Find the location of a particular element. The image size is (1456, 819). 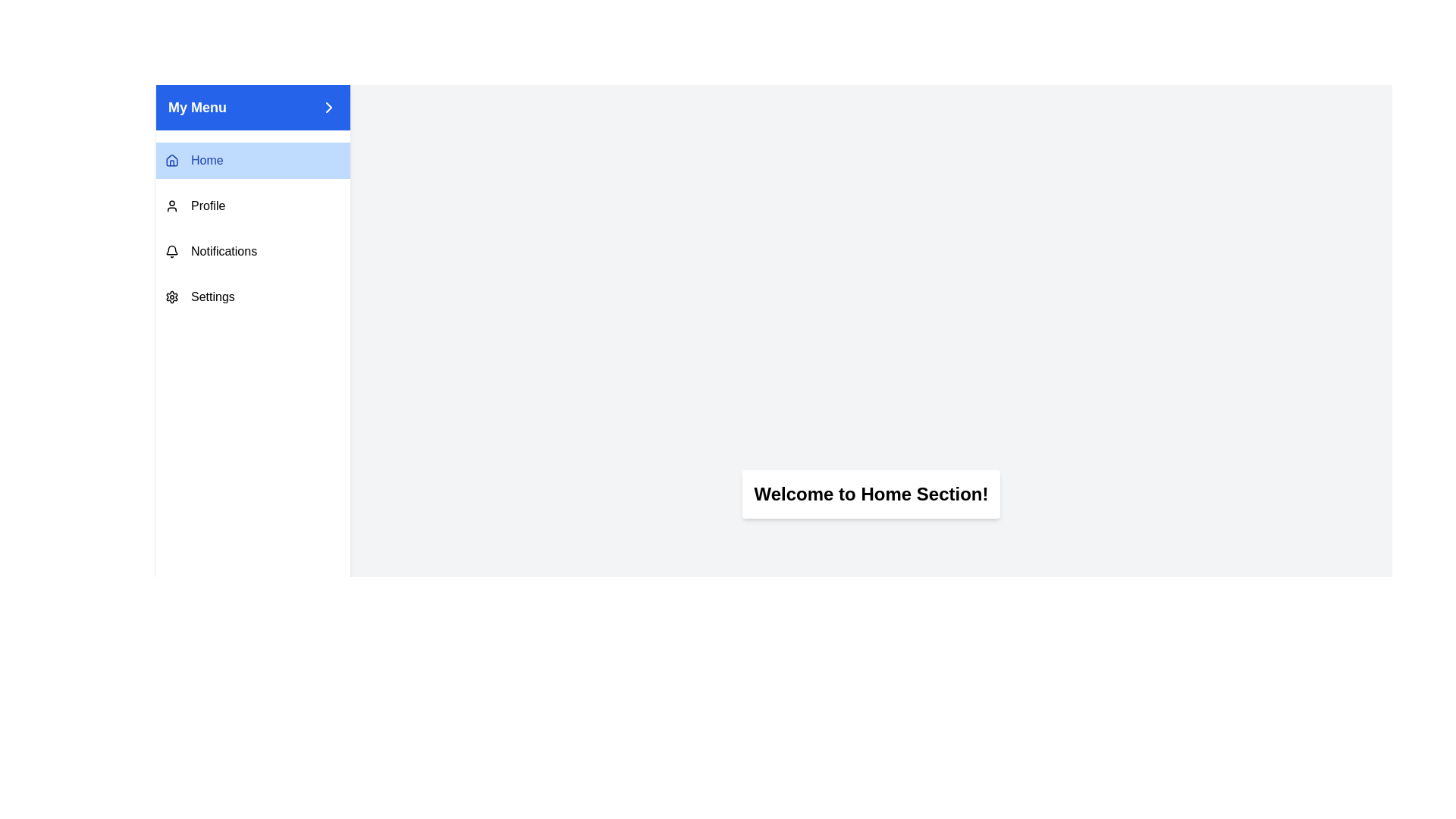

the 'Home' icon located in the sidebar menu, which is the first icon next to the 'Home' label is located at coordinates (171, 160).